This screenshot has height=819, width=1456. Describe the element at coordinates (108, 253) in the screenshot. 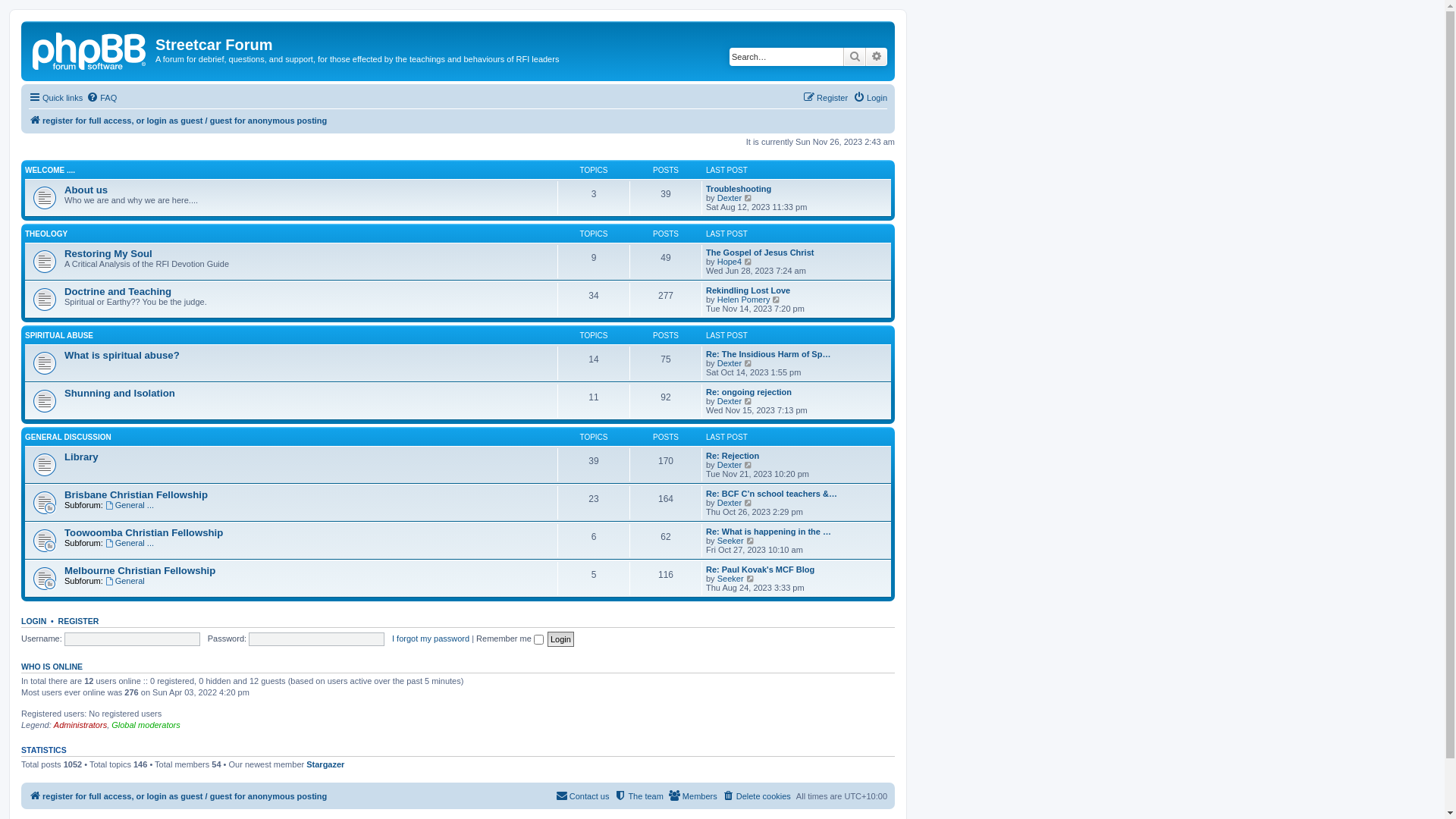

I see `'Restoring My Soul'` at that location.